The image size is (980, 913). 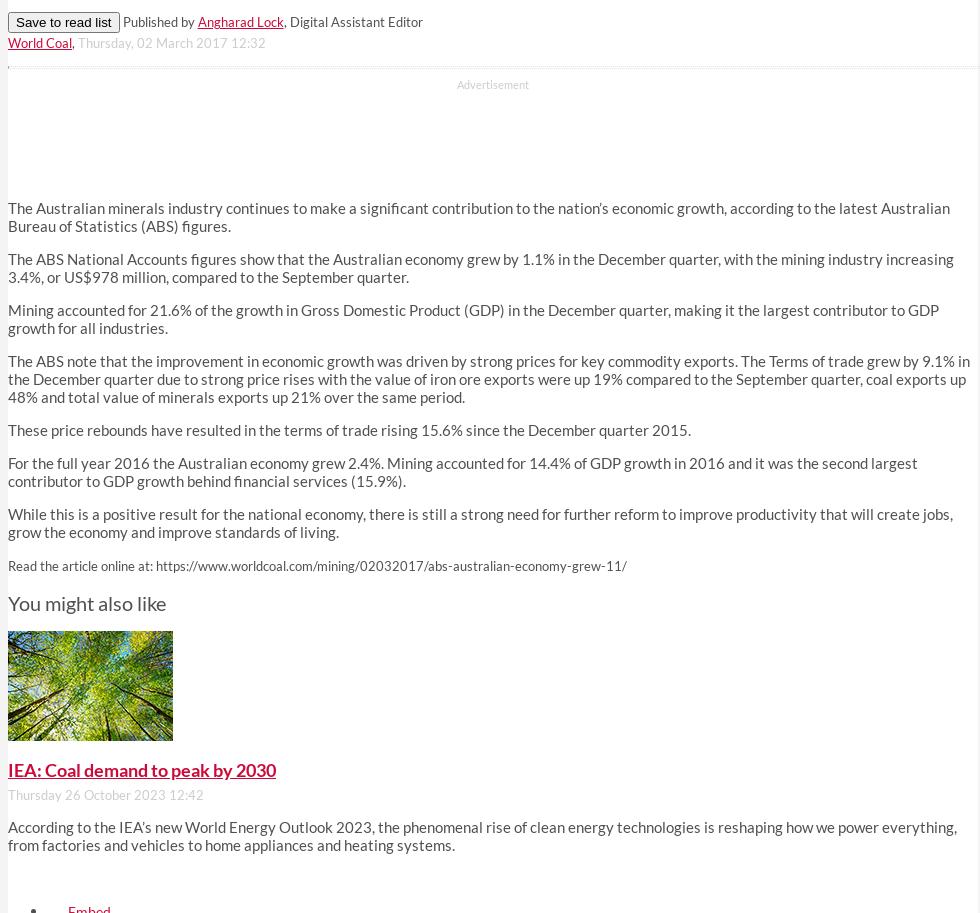 I want to click on 'Save to read list', so click(x=62, y=22).